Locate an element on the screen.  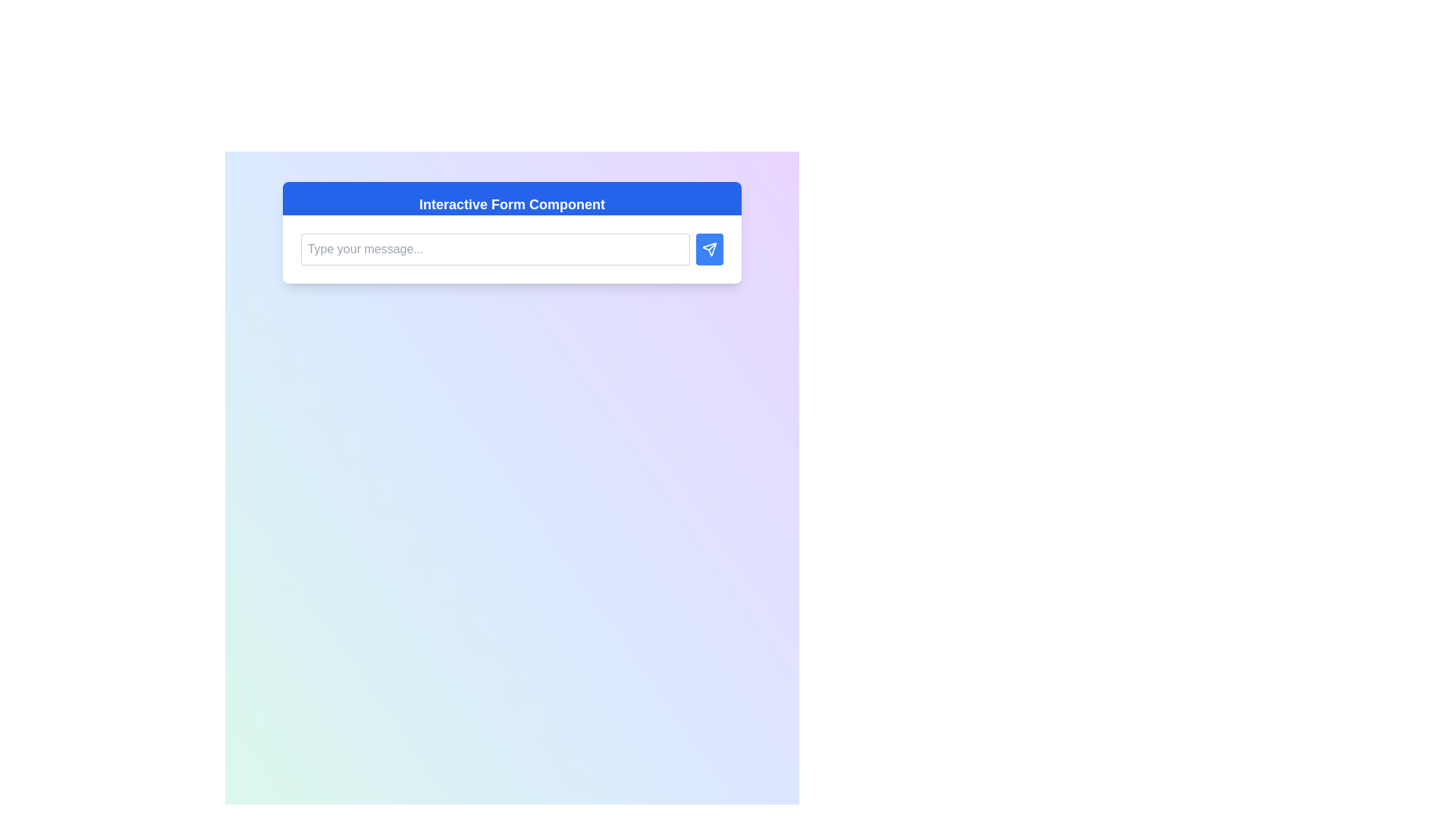
the message sending icon located at the far right of the rounded button in the user input area below the 'Interactive Form Component' header is located at coordinates (709, 248).